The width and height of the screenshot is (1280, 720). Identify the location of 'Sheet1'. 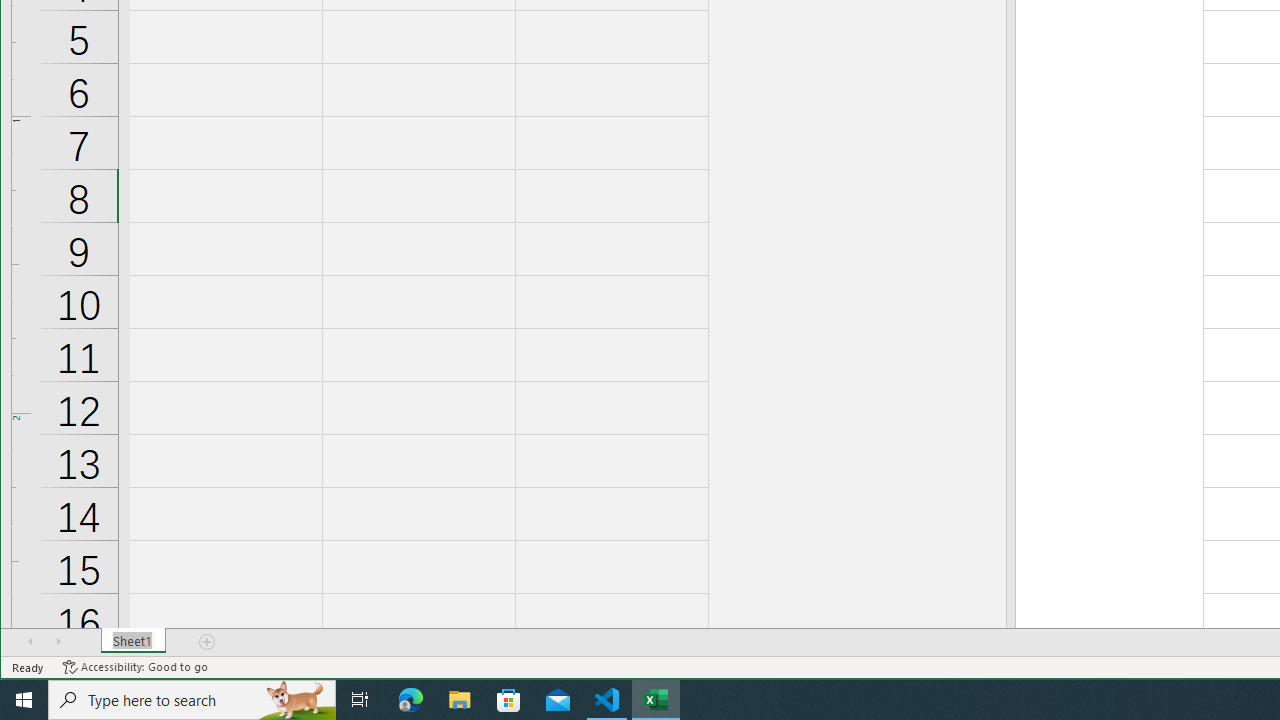
(132, 641).